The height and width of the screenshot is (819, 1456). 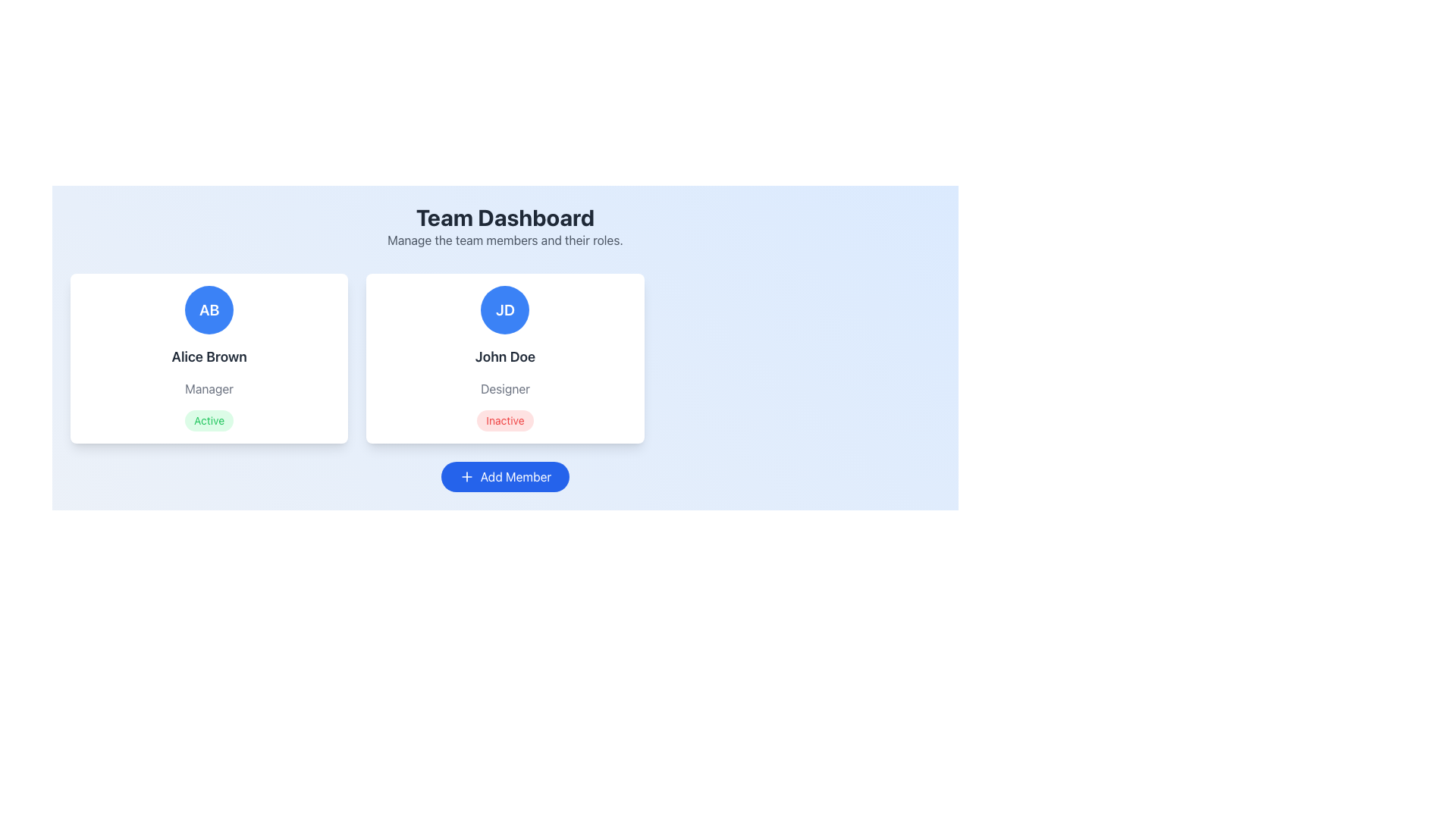 I want to click on the text label 'Manager' which is displayed in a subtle gray font, located beneath the name 'Alice Brown' and above the green tag 'Active', so click(x=209, y=388).